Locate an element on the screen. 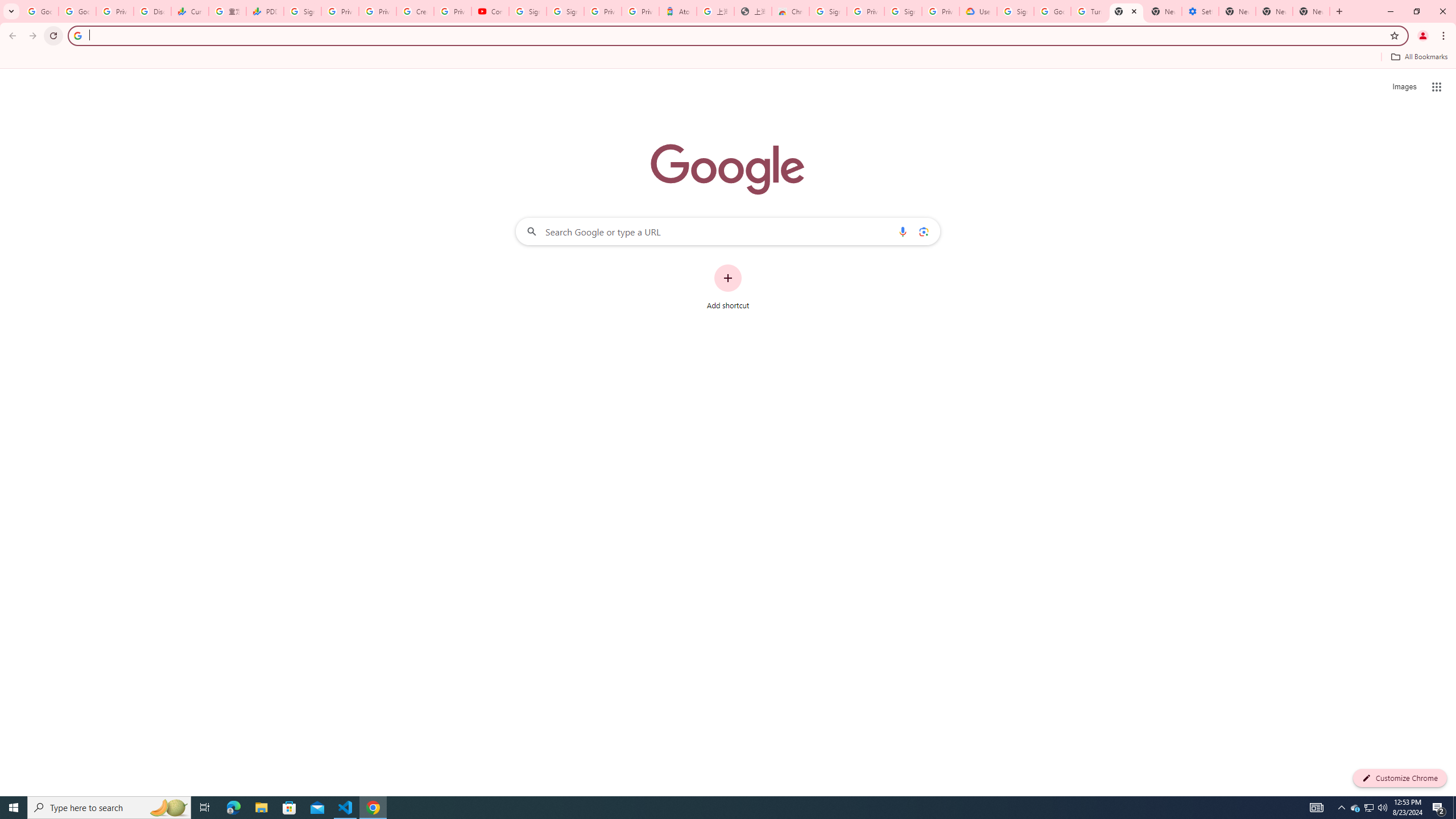 This screenshot has height=819, width=1456. 'Add shortcut' is located at coordinates (728, 287).